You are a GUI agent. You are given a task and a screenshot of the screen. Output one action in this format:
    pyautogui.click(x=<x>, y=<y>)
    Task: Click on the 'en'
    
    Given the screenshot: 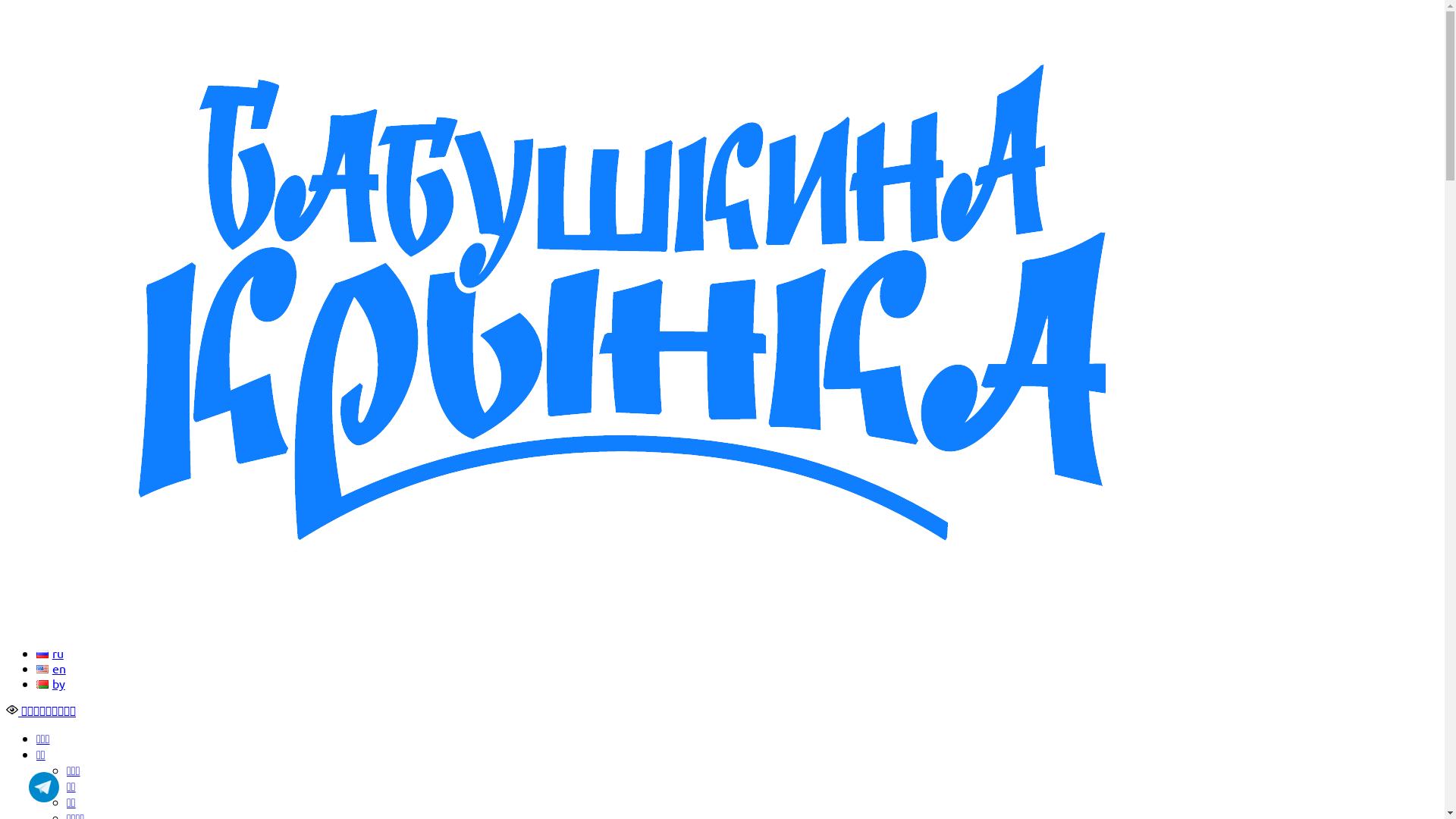 What is the action you would take?
    pyautogui.click(x=51, y=667)
    